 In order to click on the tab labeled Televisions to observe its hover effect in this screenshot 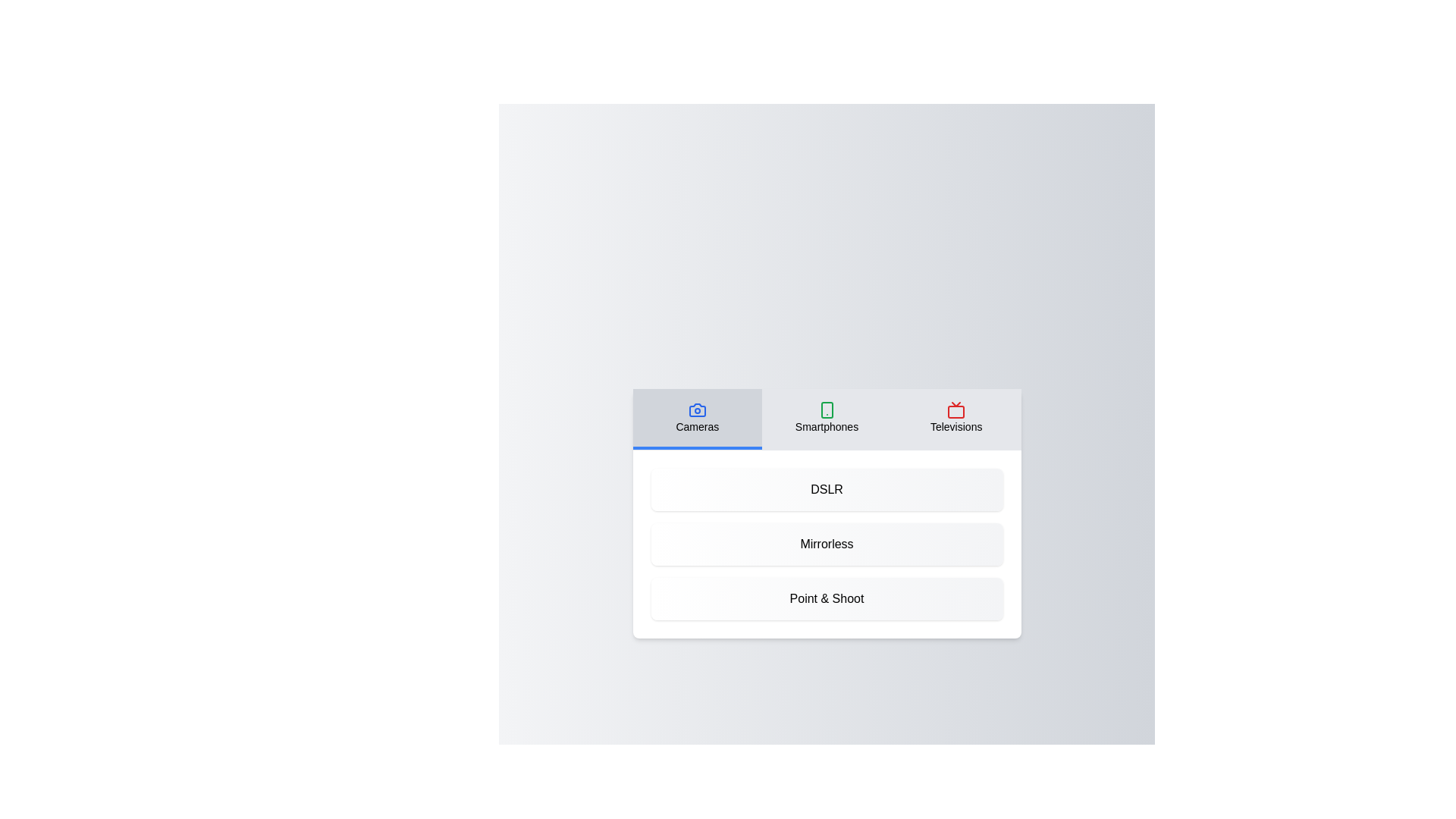, I will do `click(955, 419)`.